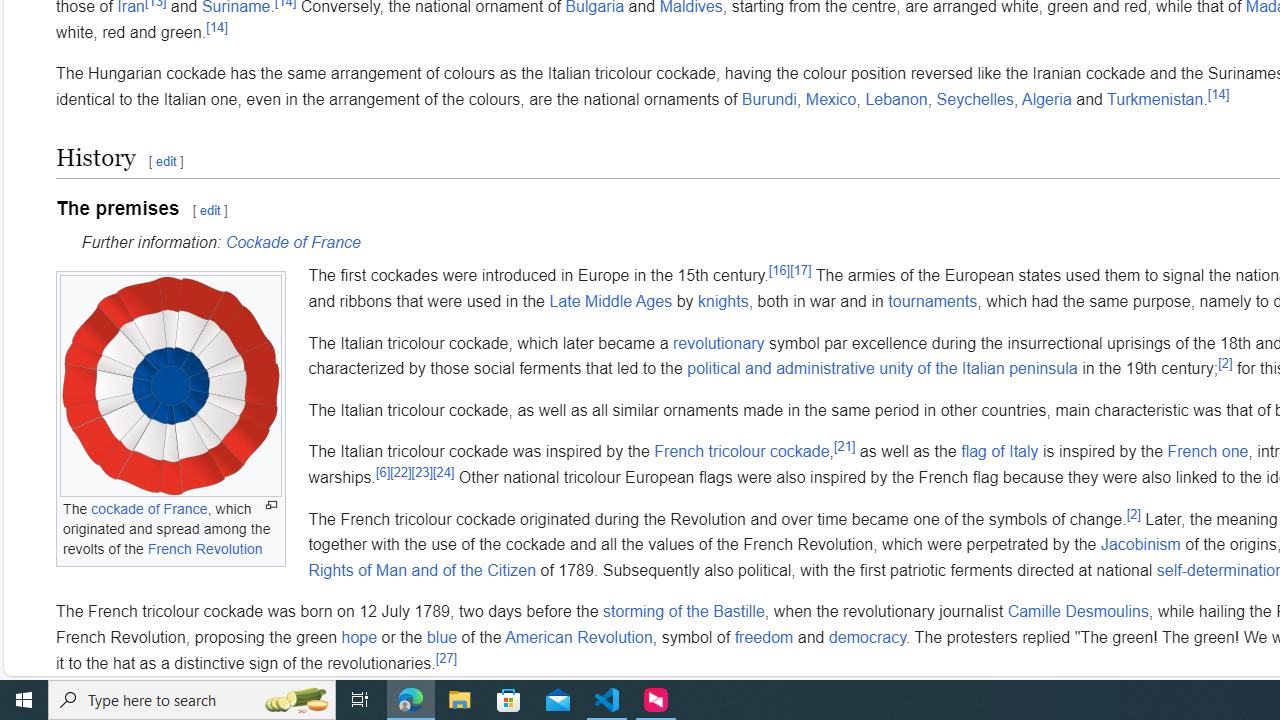 The width and height of the screenshot is (1280, 720). I want to click on 'French Revolution', so click(204, 548).